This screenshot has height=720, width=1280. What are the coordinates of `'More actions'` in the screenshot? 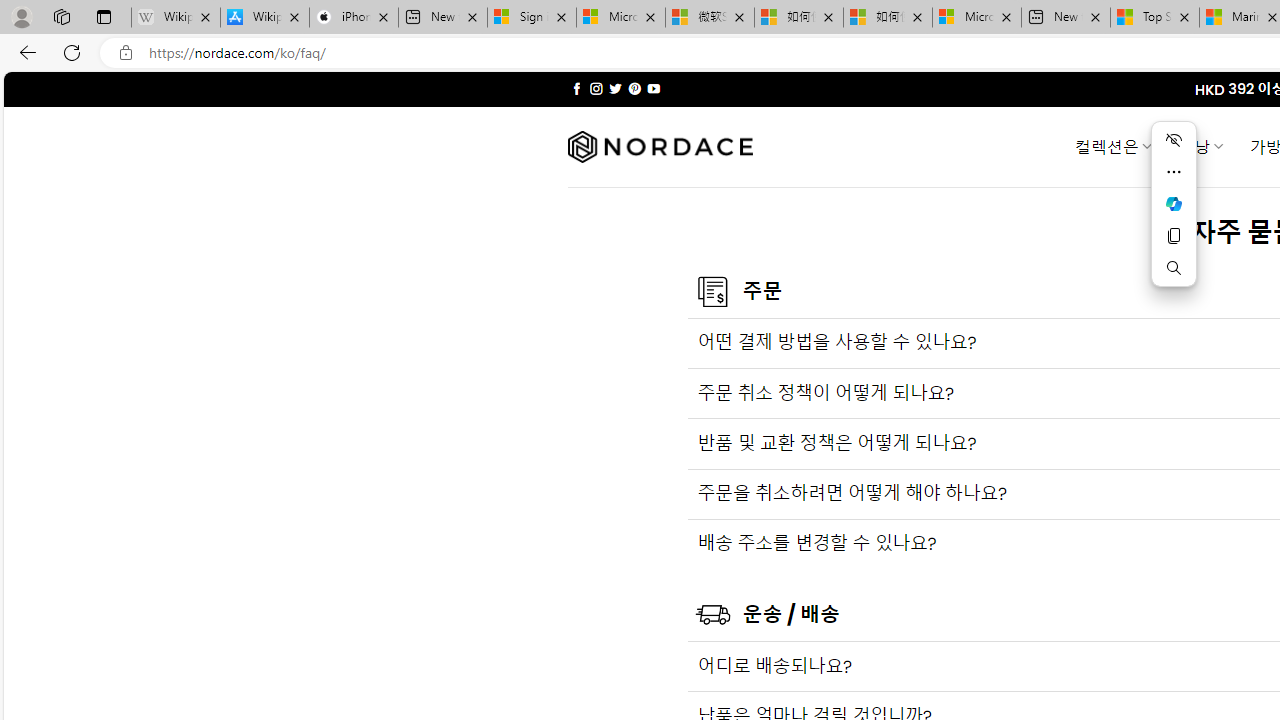 It's located at (1173, 171).